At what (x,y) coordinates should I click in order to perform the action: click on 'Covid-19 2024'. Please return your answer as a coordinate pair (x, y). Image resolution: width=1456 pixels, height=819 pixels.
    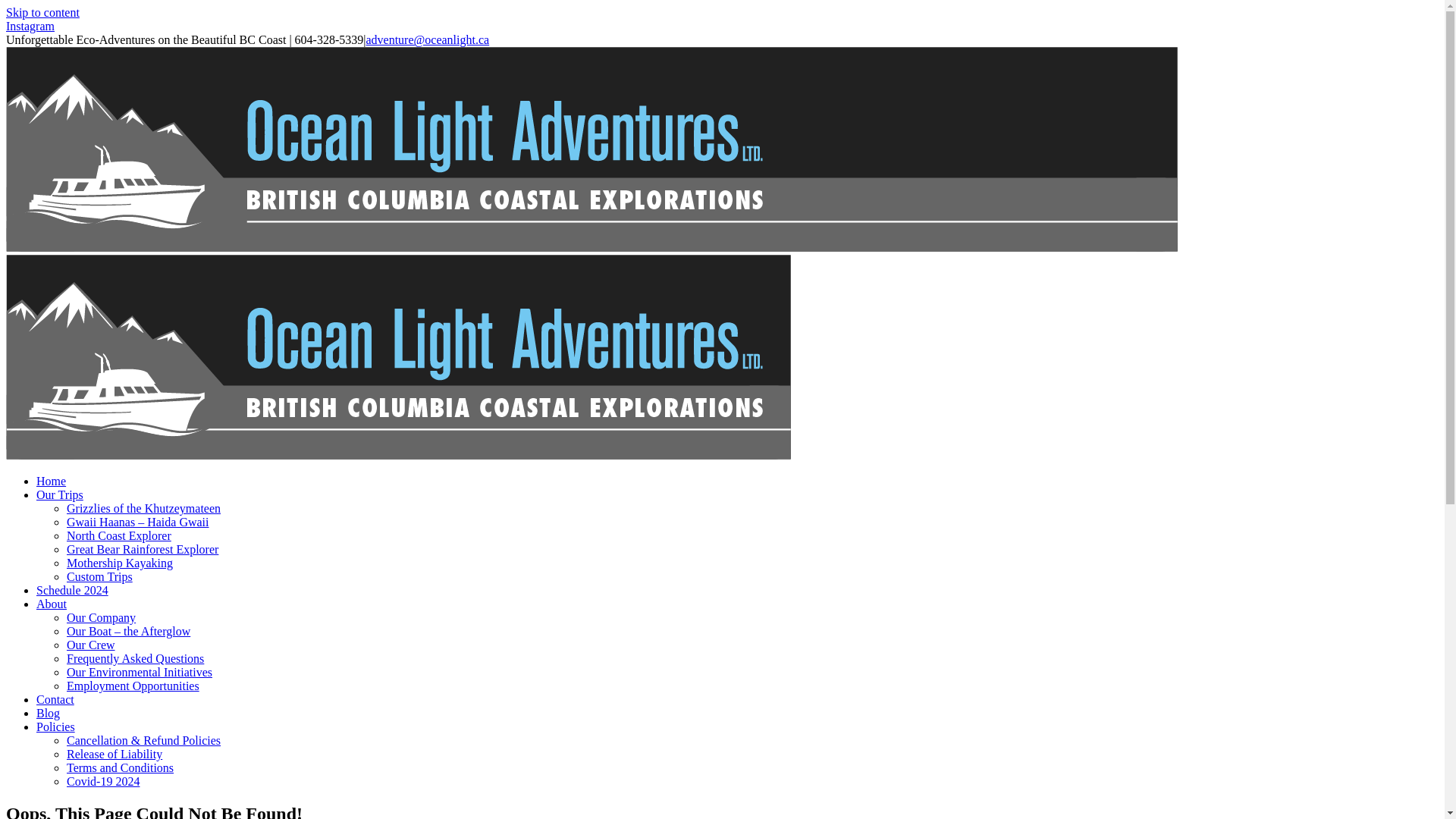
    Looking at the image, I should click on (65, 781).